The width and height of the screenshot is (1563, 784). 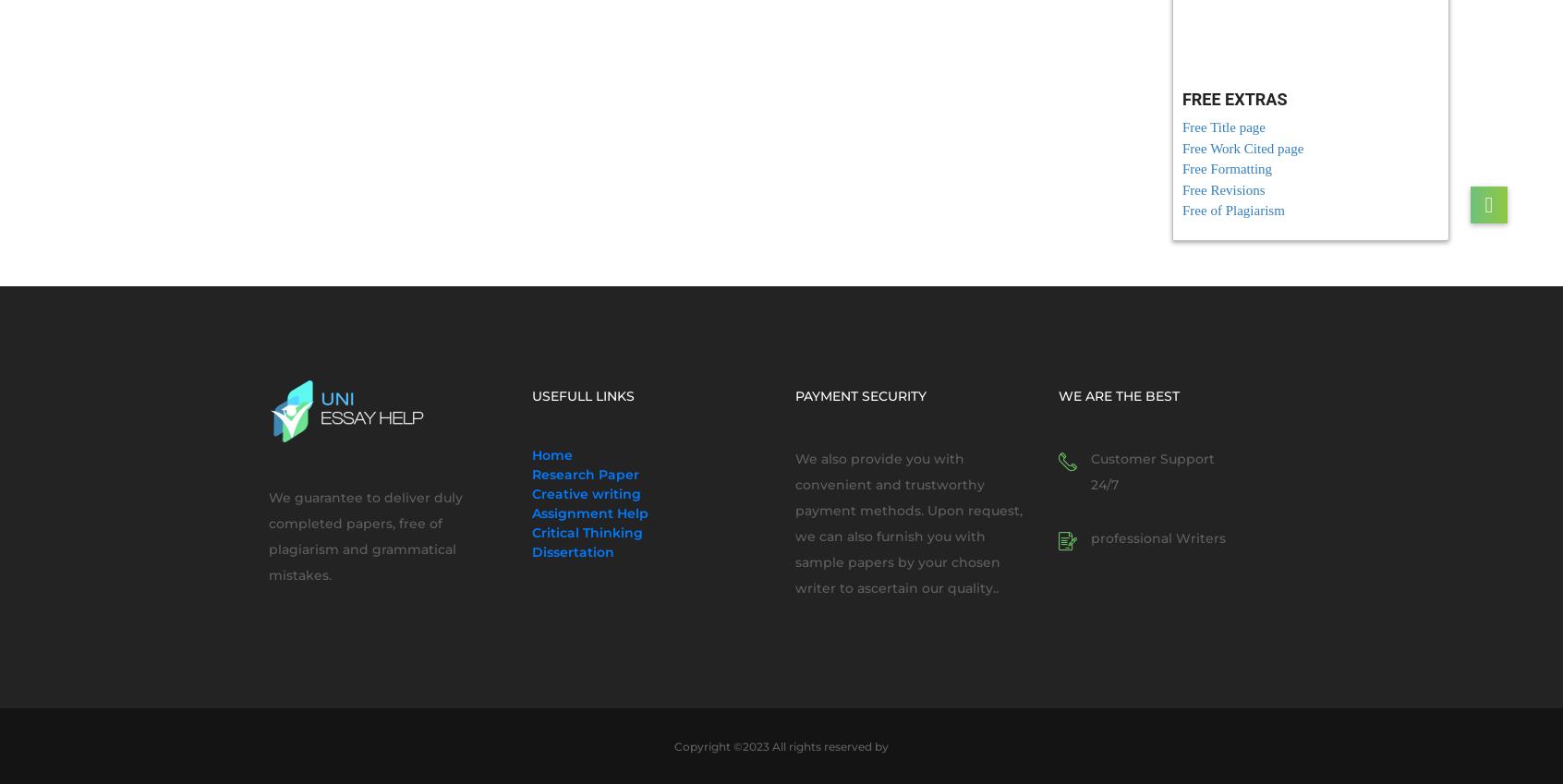 I want to click on 'Home', so click(x=551, y=454).